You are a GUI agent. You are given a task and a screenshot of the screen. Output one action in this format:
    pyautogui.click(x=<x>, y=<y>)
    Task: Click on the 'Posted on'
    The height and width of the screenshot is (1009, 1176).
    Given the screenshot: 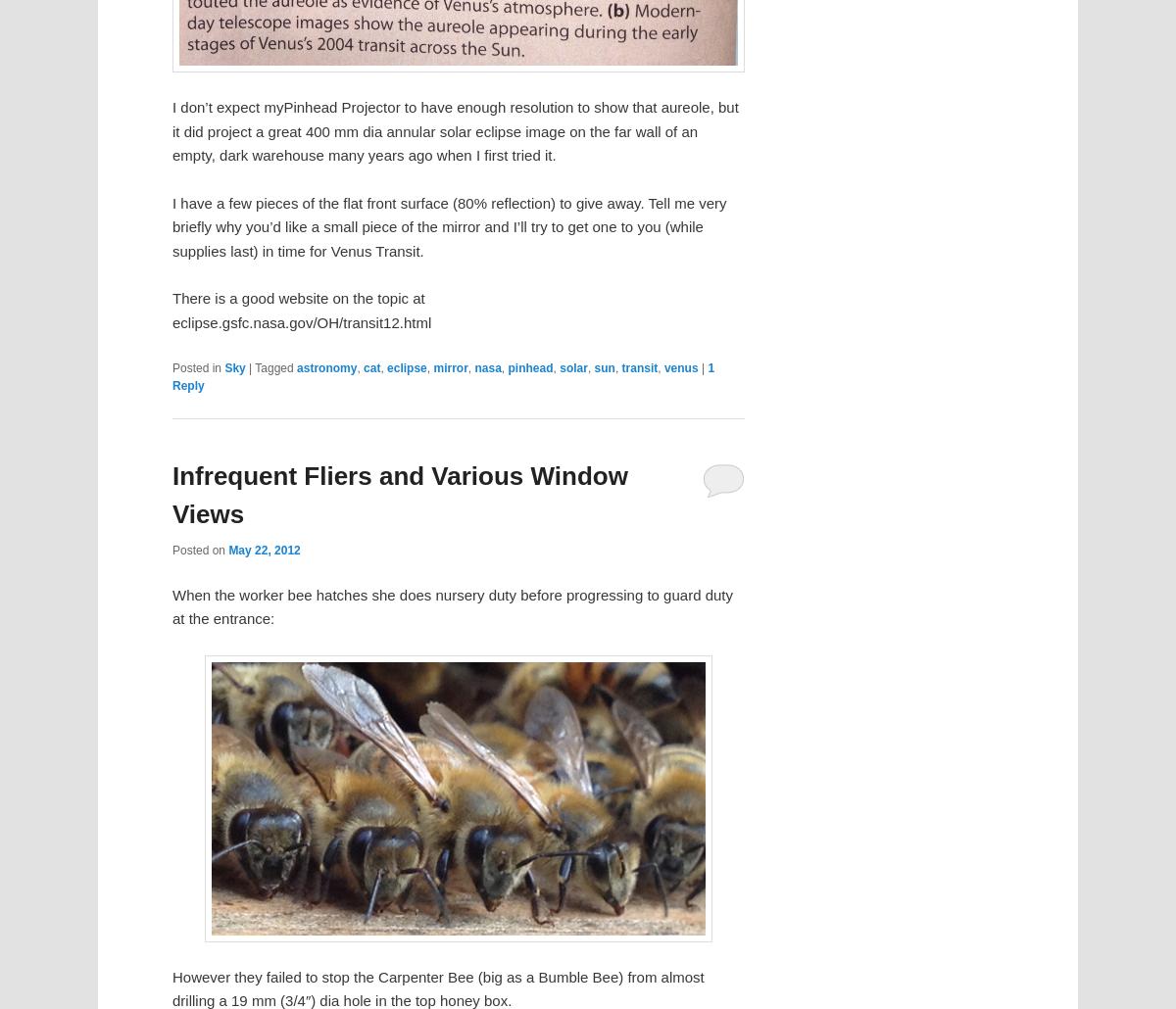 What is the action you would take?
    pyautogui.click(x=199, y=550)
    